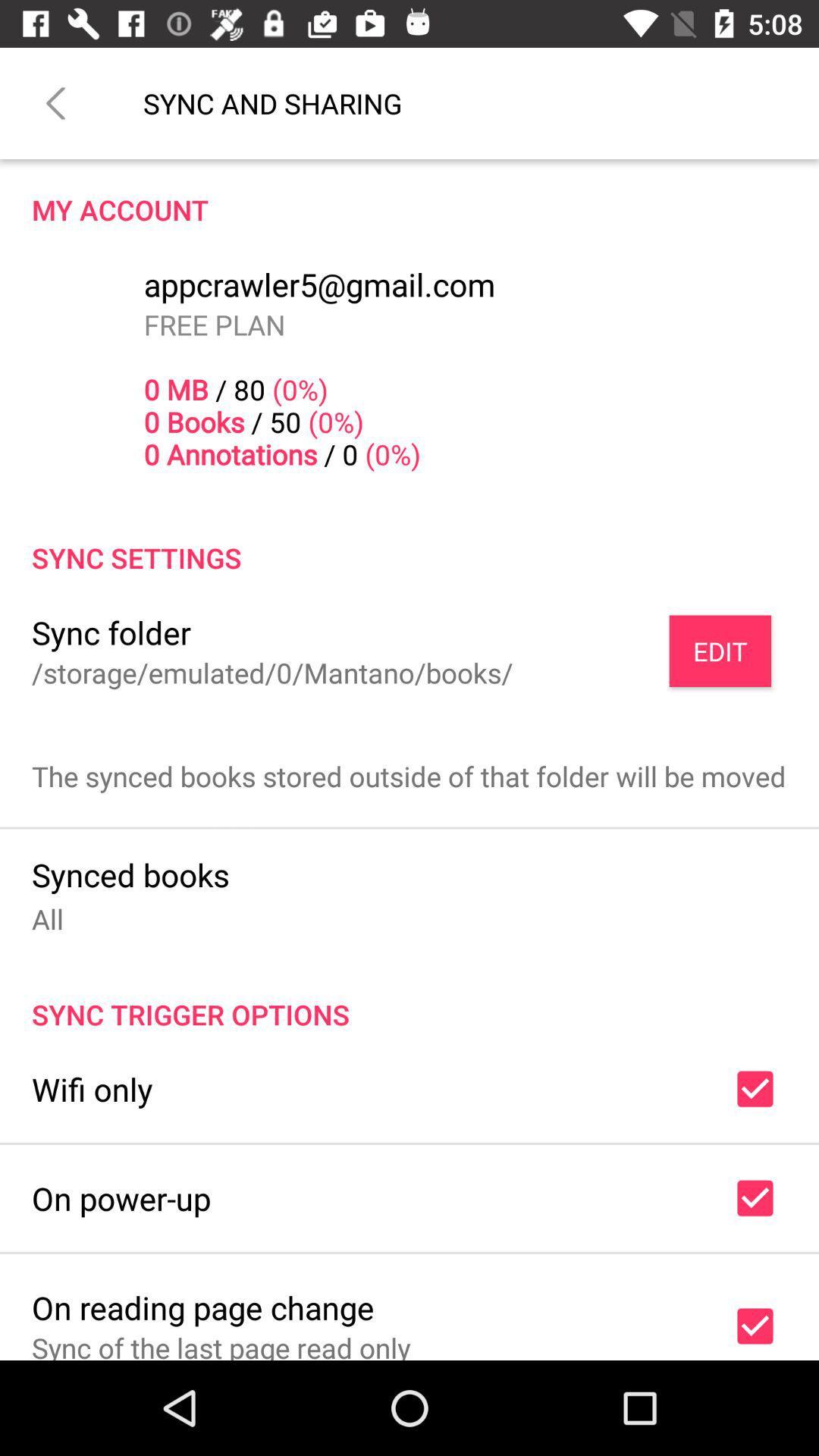 Image resolution: width=819 pixels, height=1456 pixels. I want to click on all icon, so click(46, 918).